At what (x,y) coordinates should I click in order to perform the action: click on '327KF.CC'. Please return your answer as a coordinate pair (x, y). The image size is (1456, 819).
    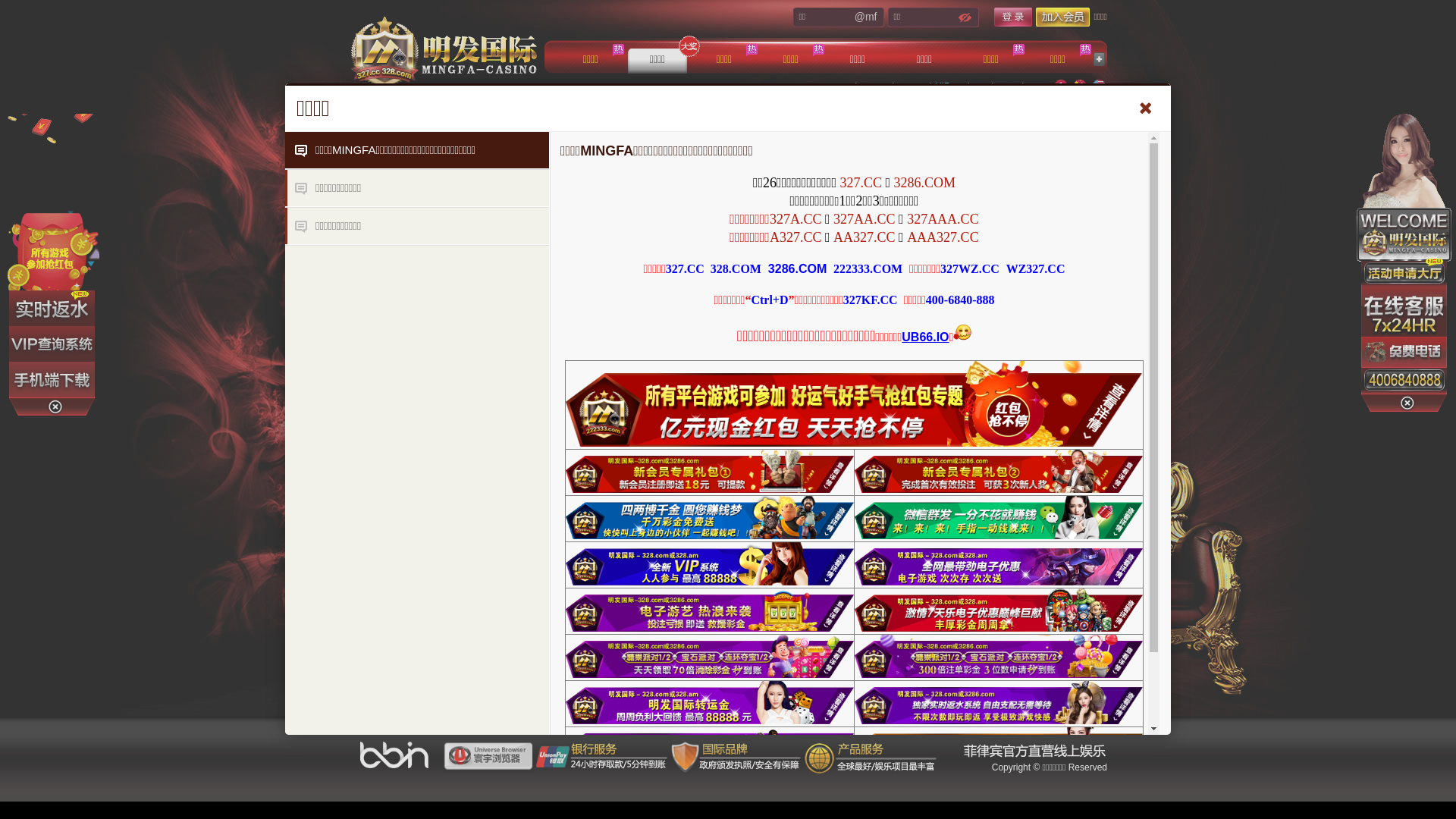
    Looking at the image, I should click on (870, 300).